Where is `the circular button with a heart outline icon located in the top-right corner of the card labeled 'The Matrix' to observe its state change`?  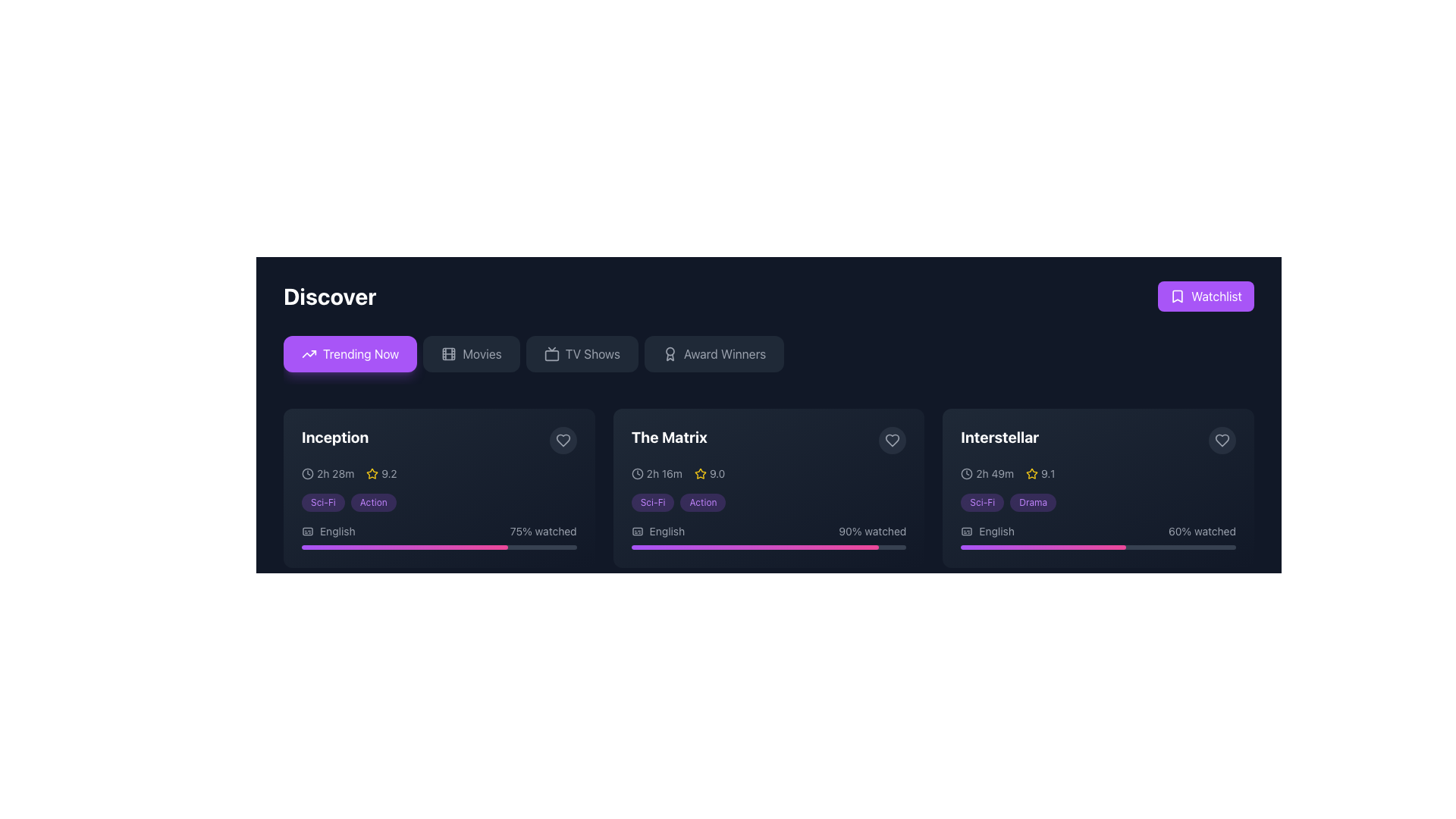
the circular button with a heart outline icon located in the top-right corner of the card labeled 'The Matrix' to observe its state change is located at coordinates (893, 441).